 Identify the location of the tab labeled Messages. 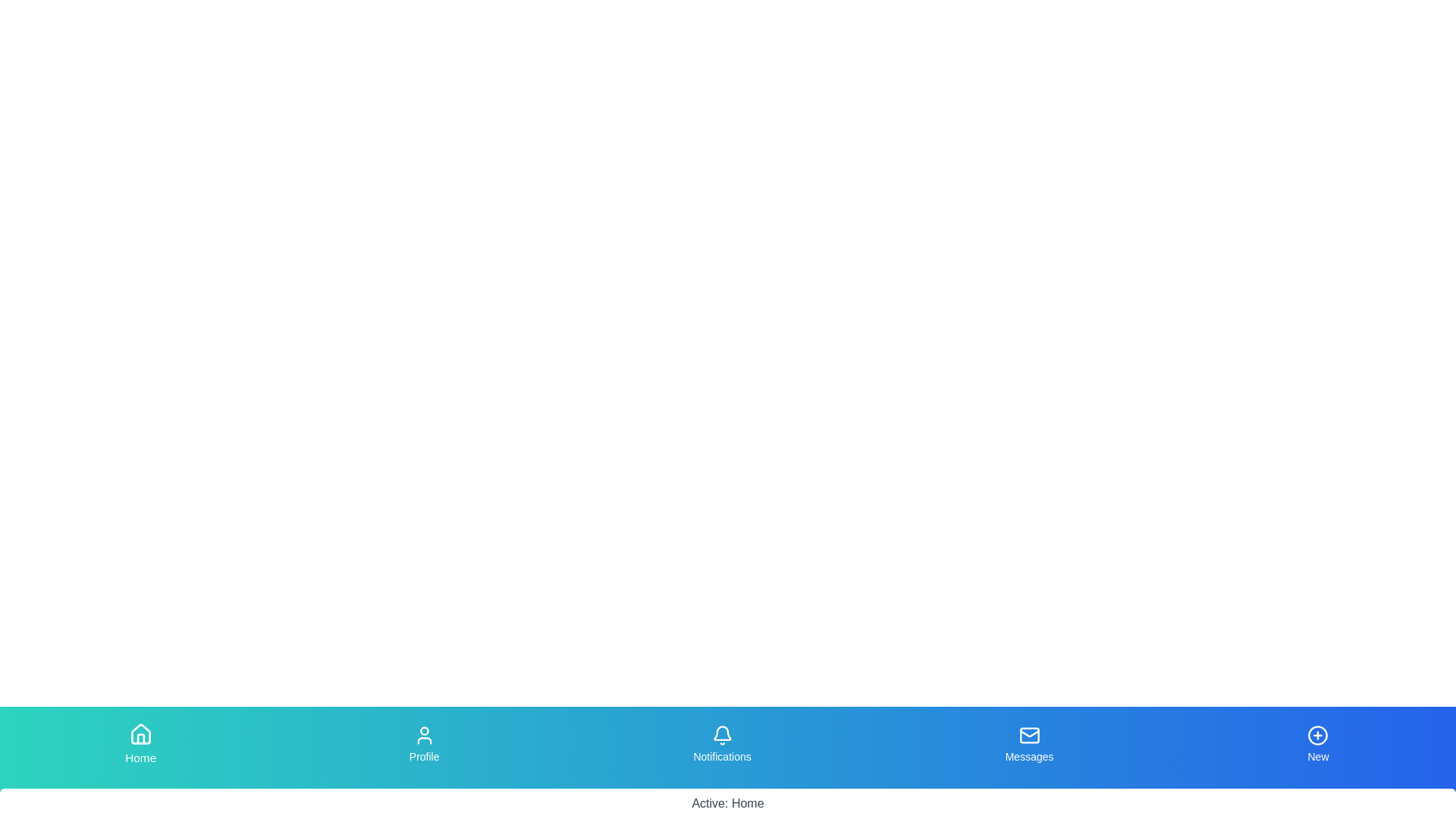
(1030, 744).